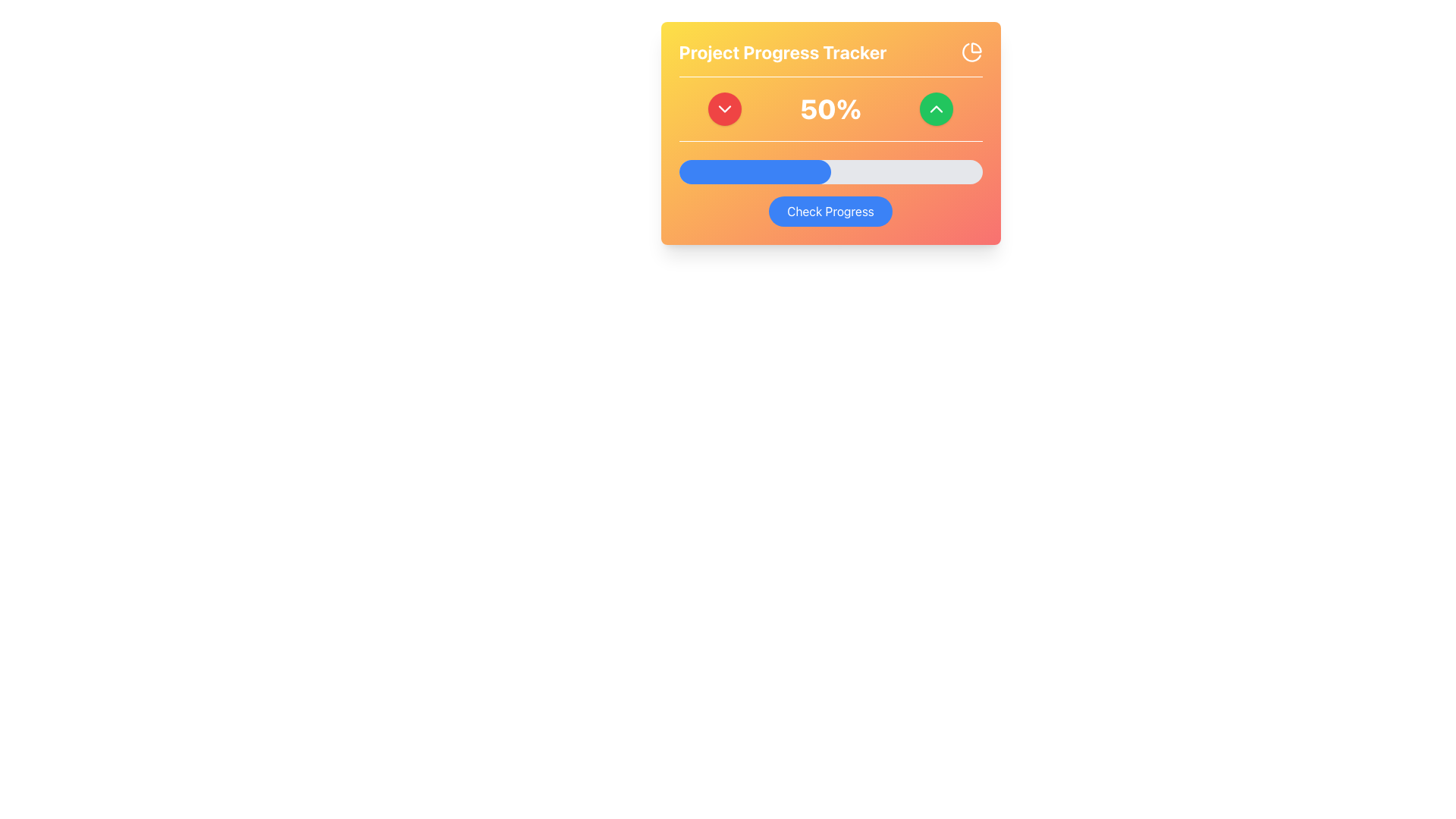  I want to click on the increment button located to the right of the '50%' text, which features an upward chevron icon, so click(936, 108).